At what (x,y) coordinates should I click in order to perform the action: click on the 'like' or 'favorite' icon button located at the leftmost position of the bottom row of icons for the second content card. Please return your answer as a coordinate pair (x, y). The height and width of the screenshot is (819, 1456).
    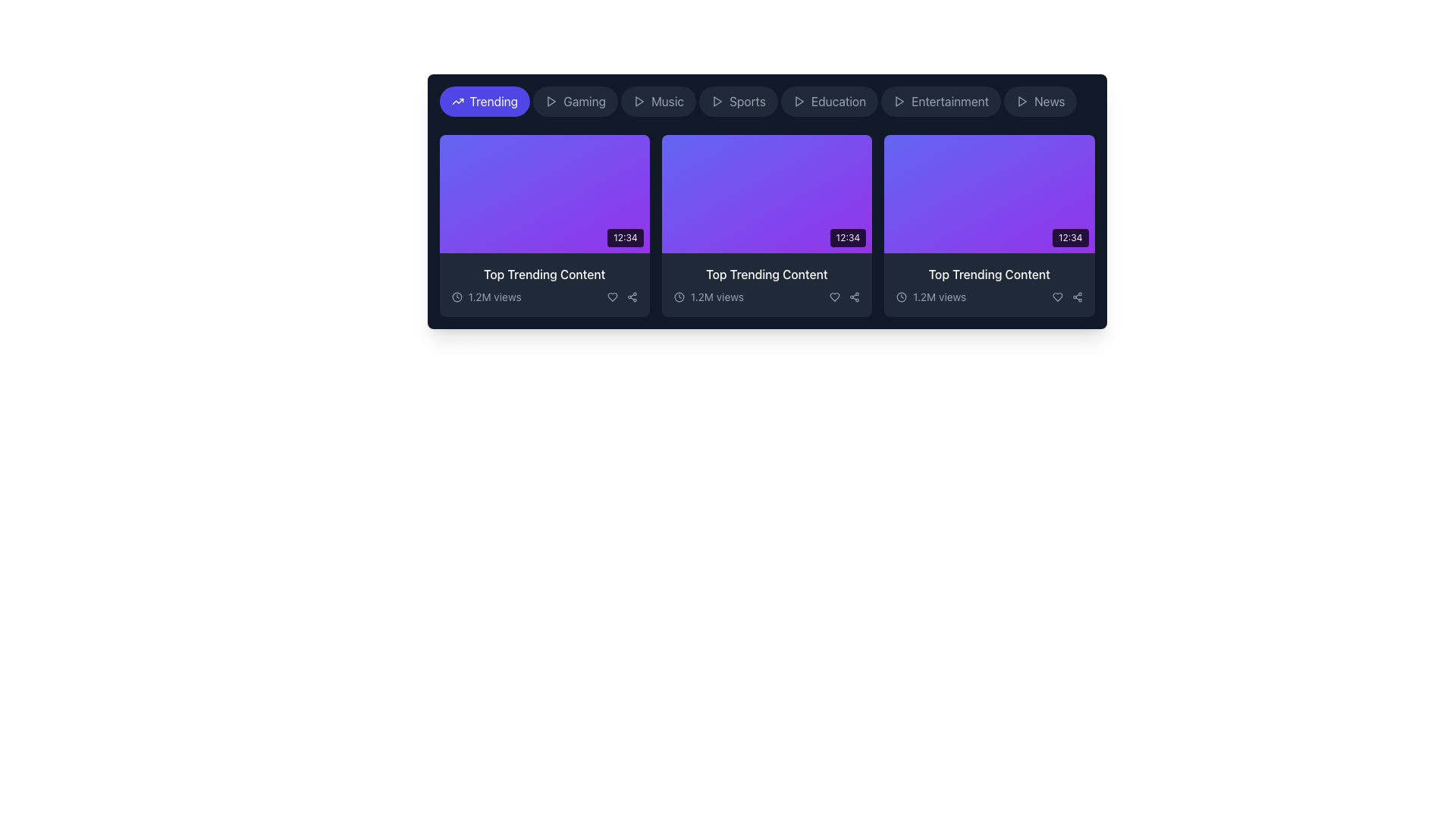
    Looking at the image, I should click on (834, 297).